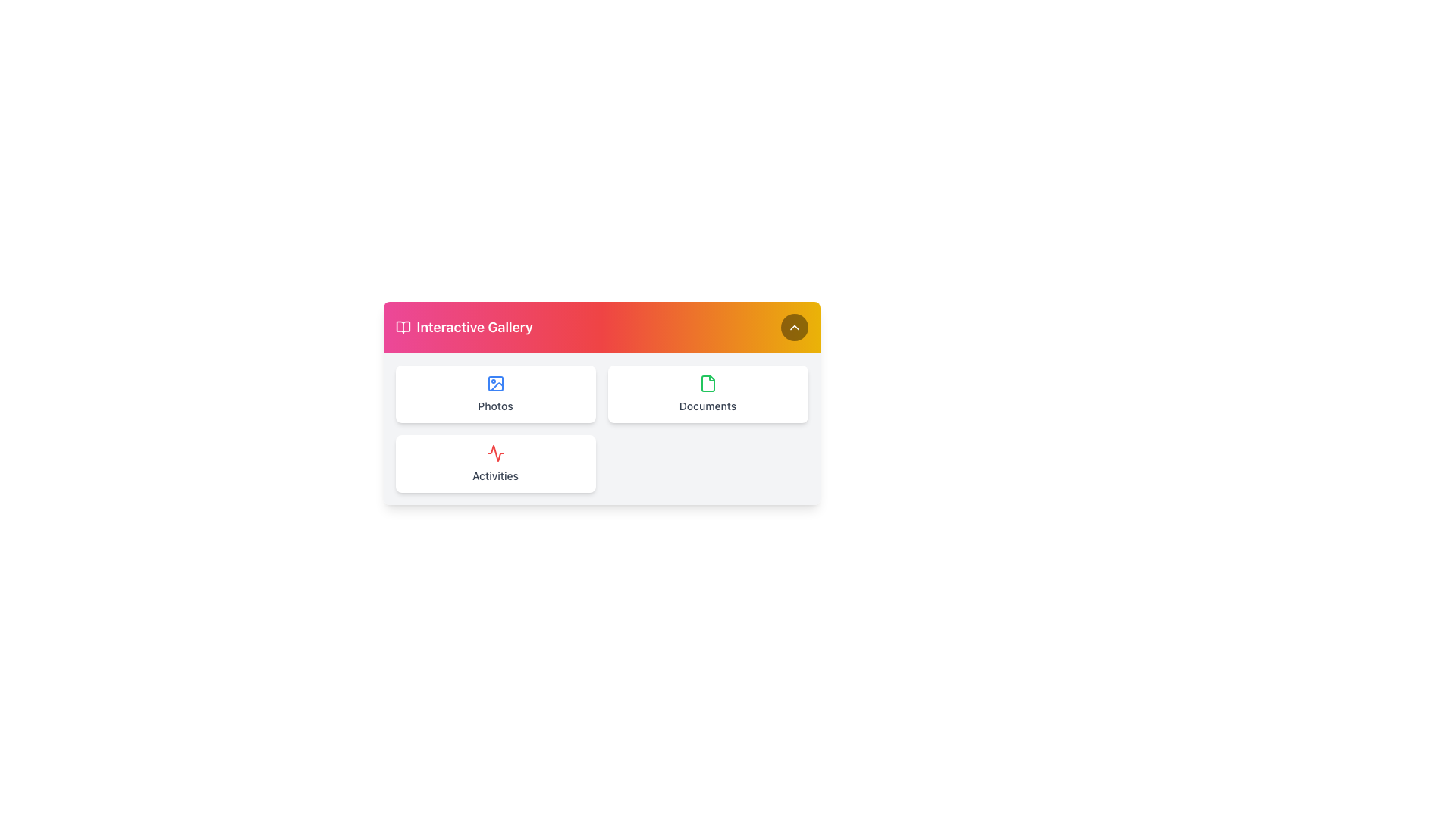  I want to click on the red waveform icon located at the top of the 'Activities' section, which is distinctly styled and visually prominent, so click(495, 452).